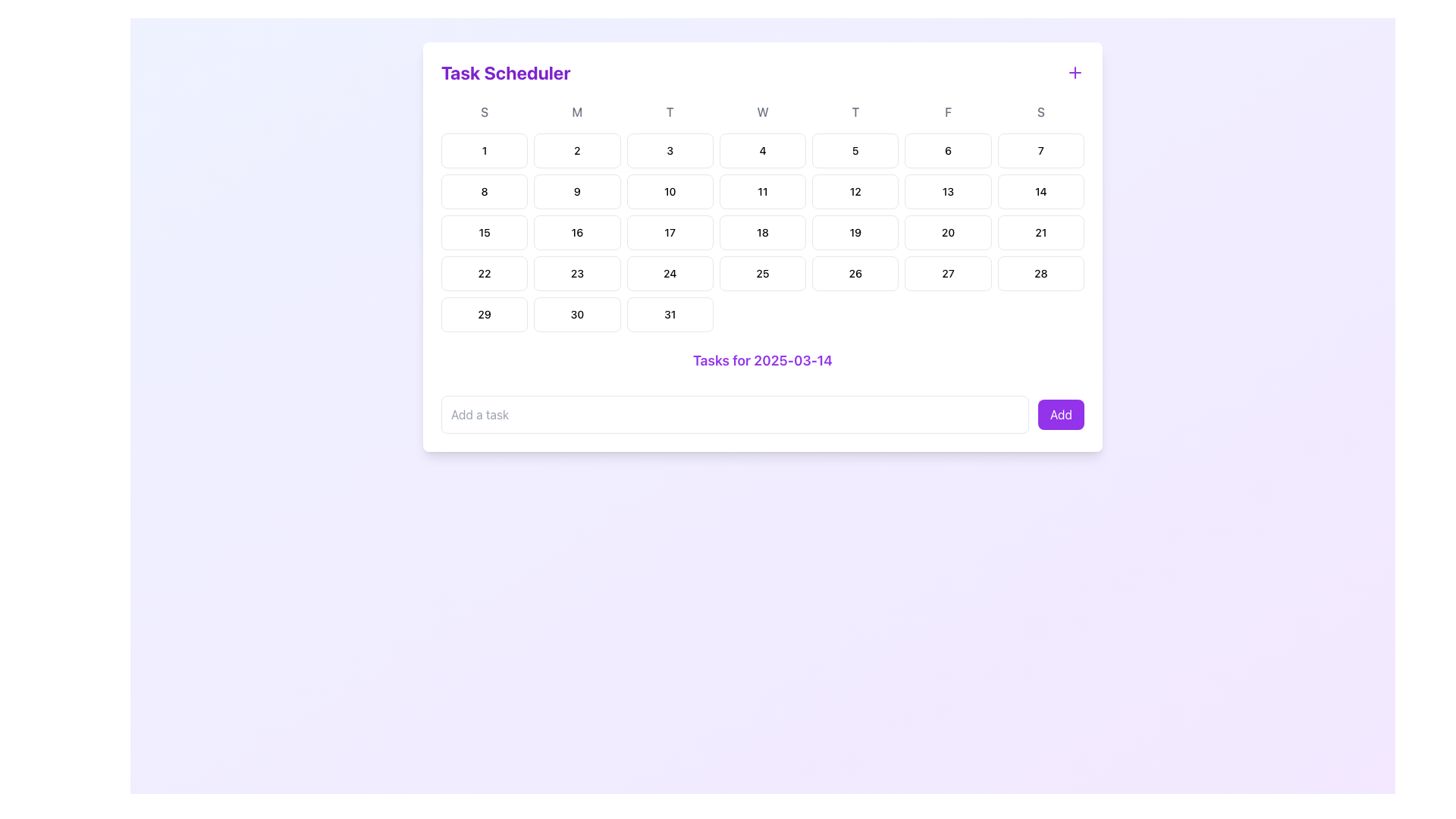  What do you see at coordinates (484, 191) in the screenshot?
I see `the button displaying the number '8', which is a rectangular box with rounded corners, located in the second row and first column of a grid layout` at bounding box center [484, 191].